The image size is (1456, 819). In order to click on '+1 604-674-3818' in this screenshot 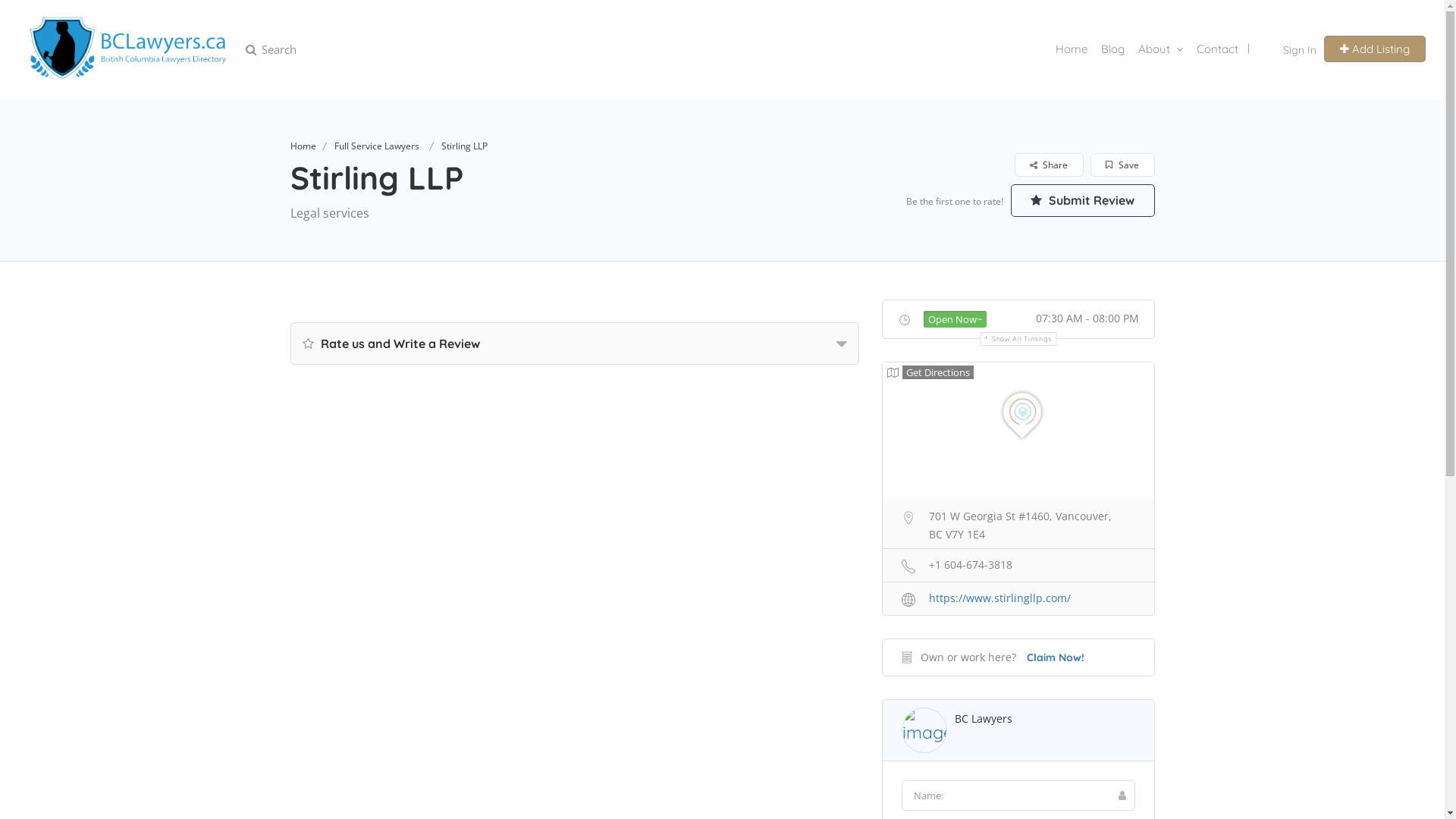, I will do `click(1018, 564)`.